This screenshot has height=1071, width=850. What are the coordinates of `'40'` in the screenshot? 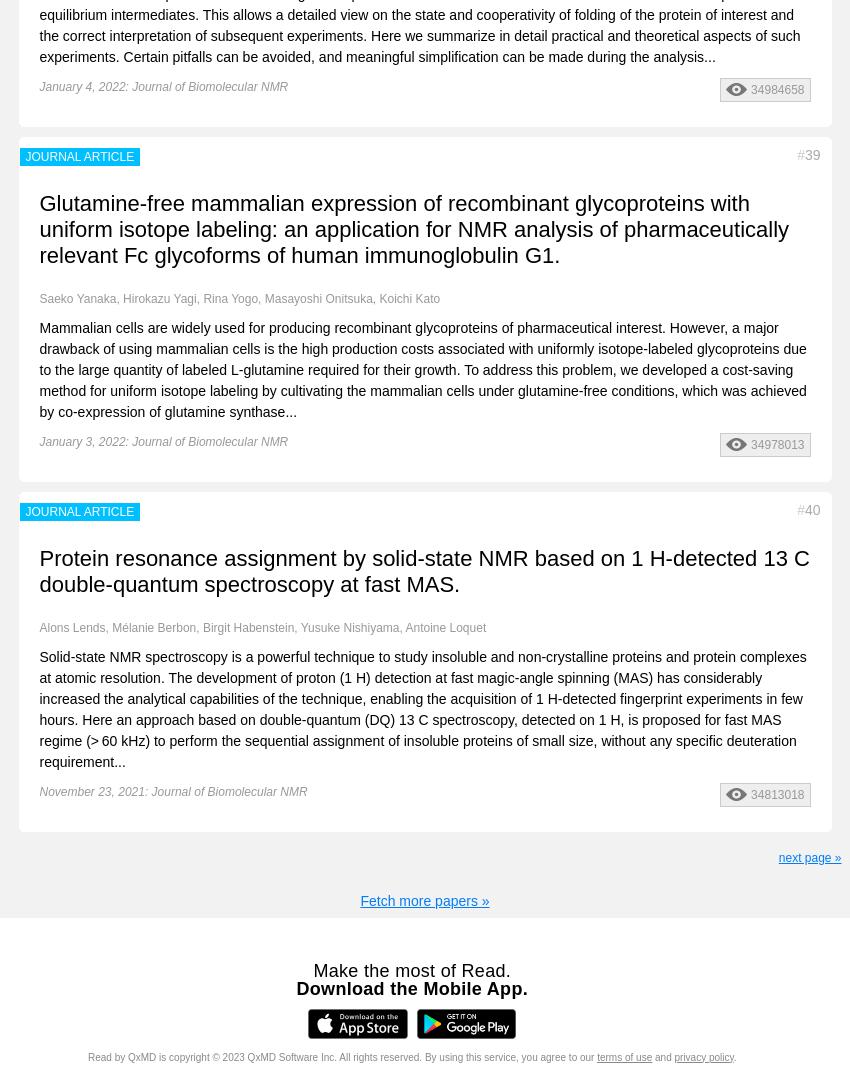 It's located at (812, 508).